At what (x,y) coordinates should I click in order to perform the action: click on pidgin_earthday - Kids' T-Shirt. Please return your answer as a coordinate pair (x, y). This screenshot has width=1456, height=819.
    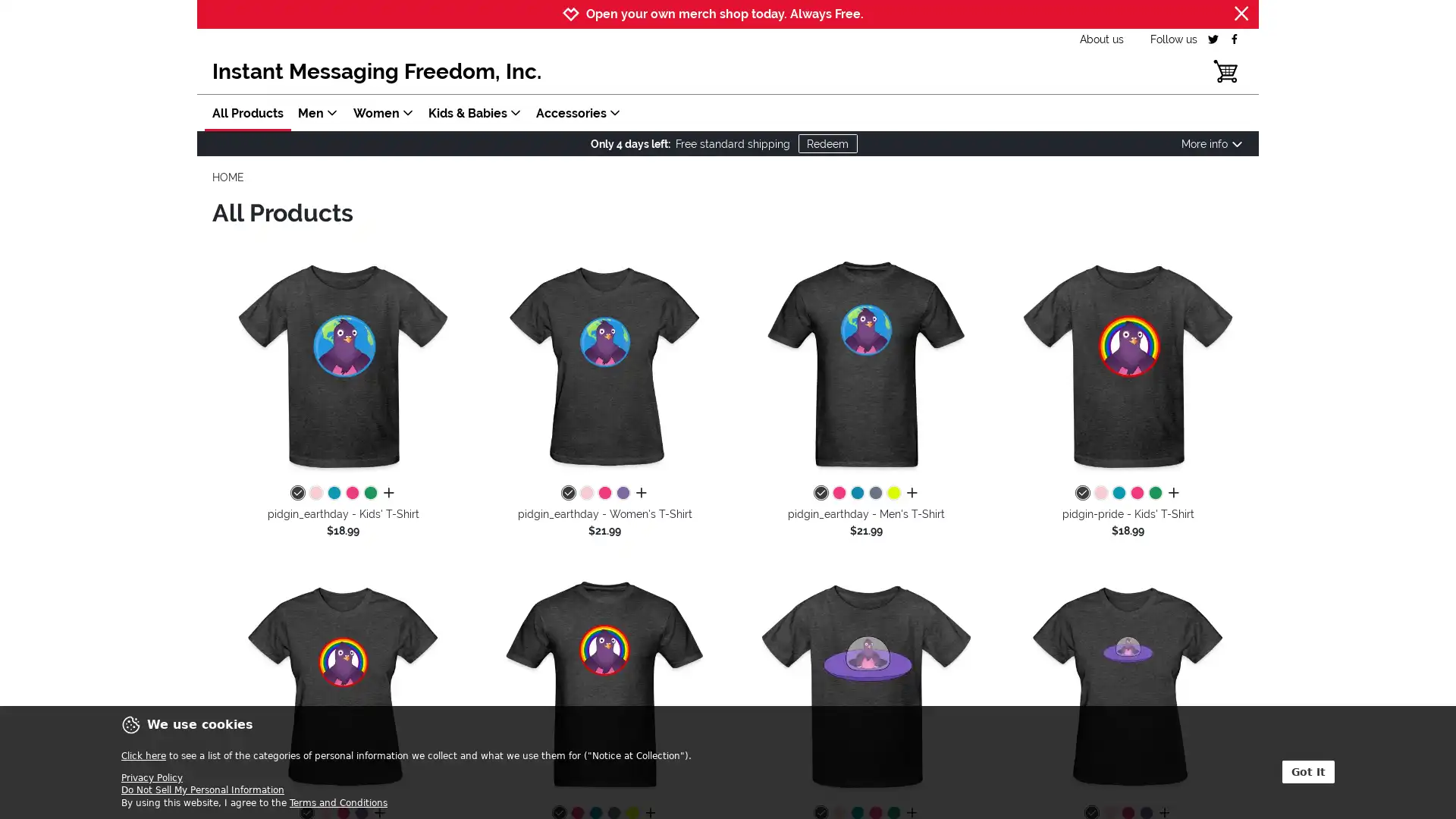
    Looking at the image, I should click on (342, 366).